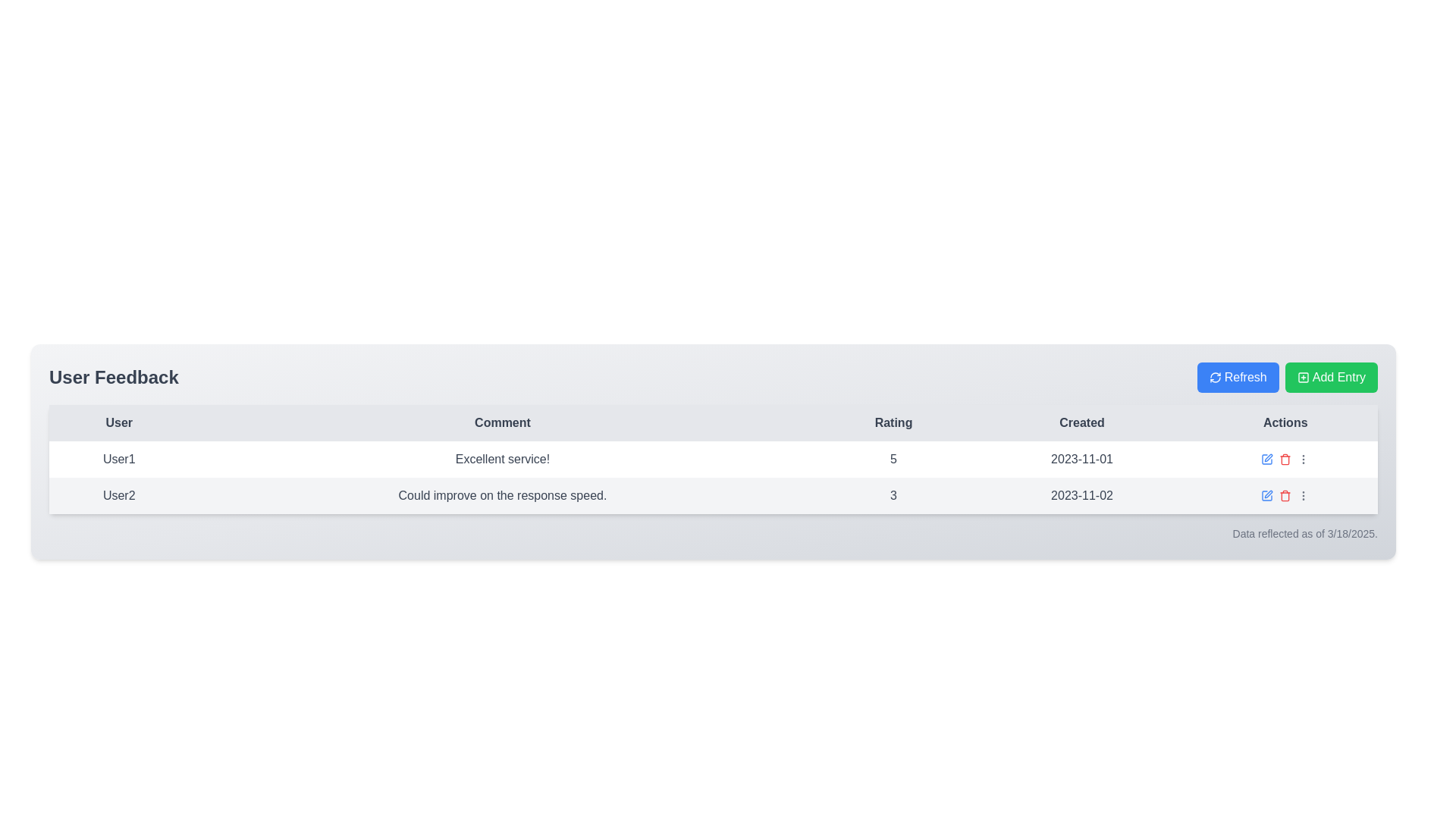  Describe the element at coordinates (1081, 458) in the screenshot. I see `the text label displaying the creation date of the feedback entry, located in the second row of the feedback table under the 'Created' column` at that location.